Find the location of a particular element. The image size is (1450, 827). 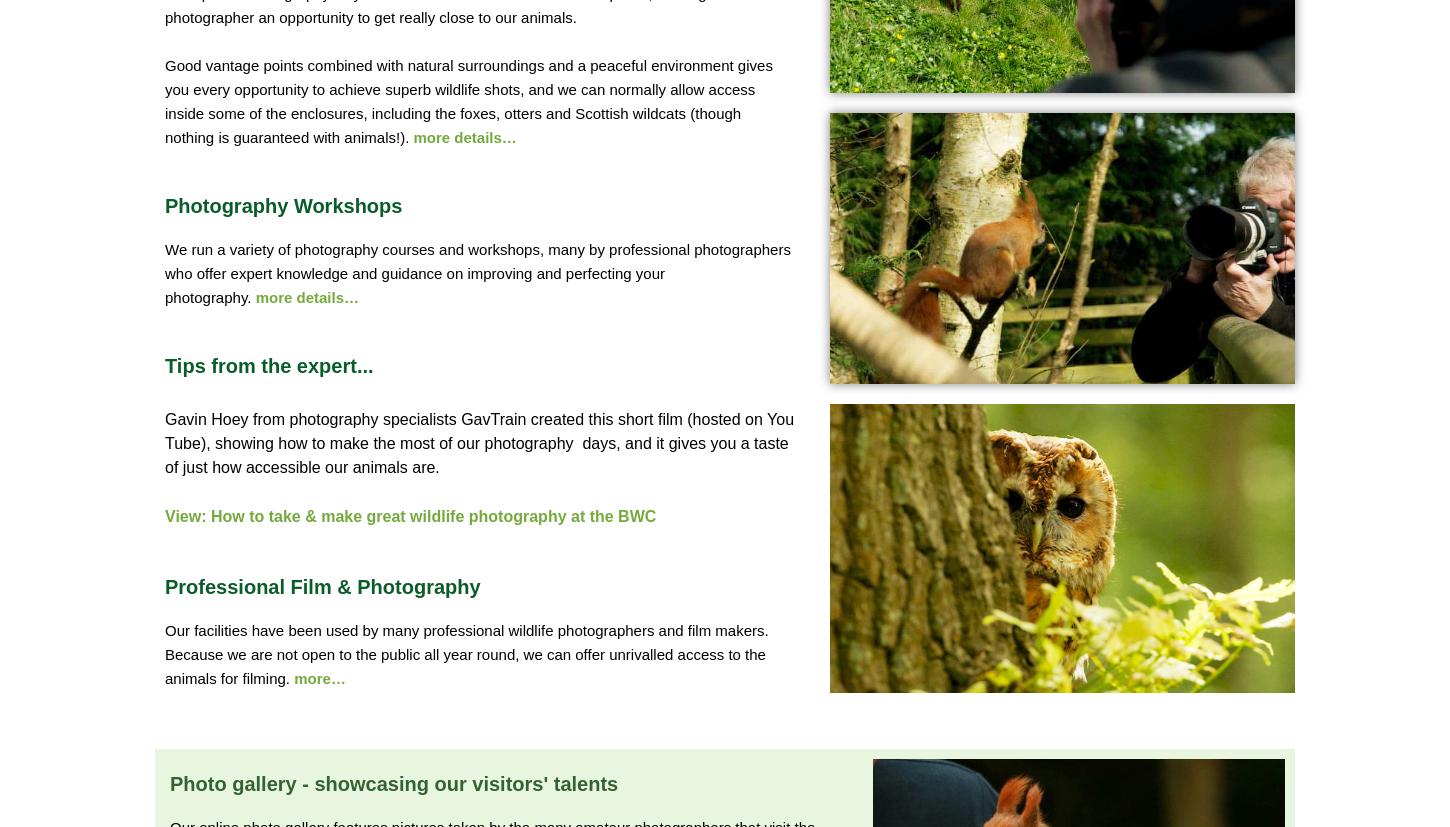

'View: How to take & make great wildlife photography at the BWC' is located at coordinates (409, 516).